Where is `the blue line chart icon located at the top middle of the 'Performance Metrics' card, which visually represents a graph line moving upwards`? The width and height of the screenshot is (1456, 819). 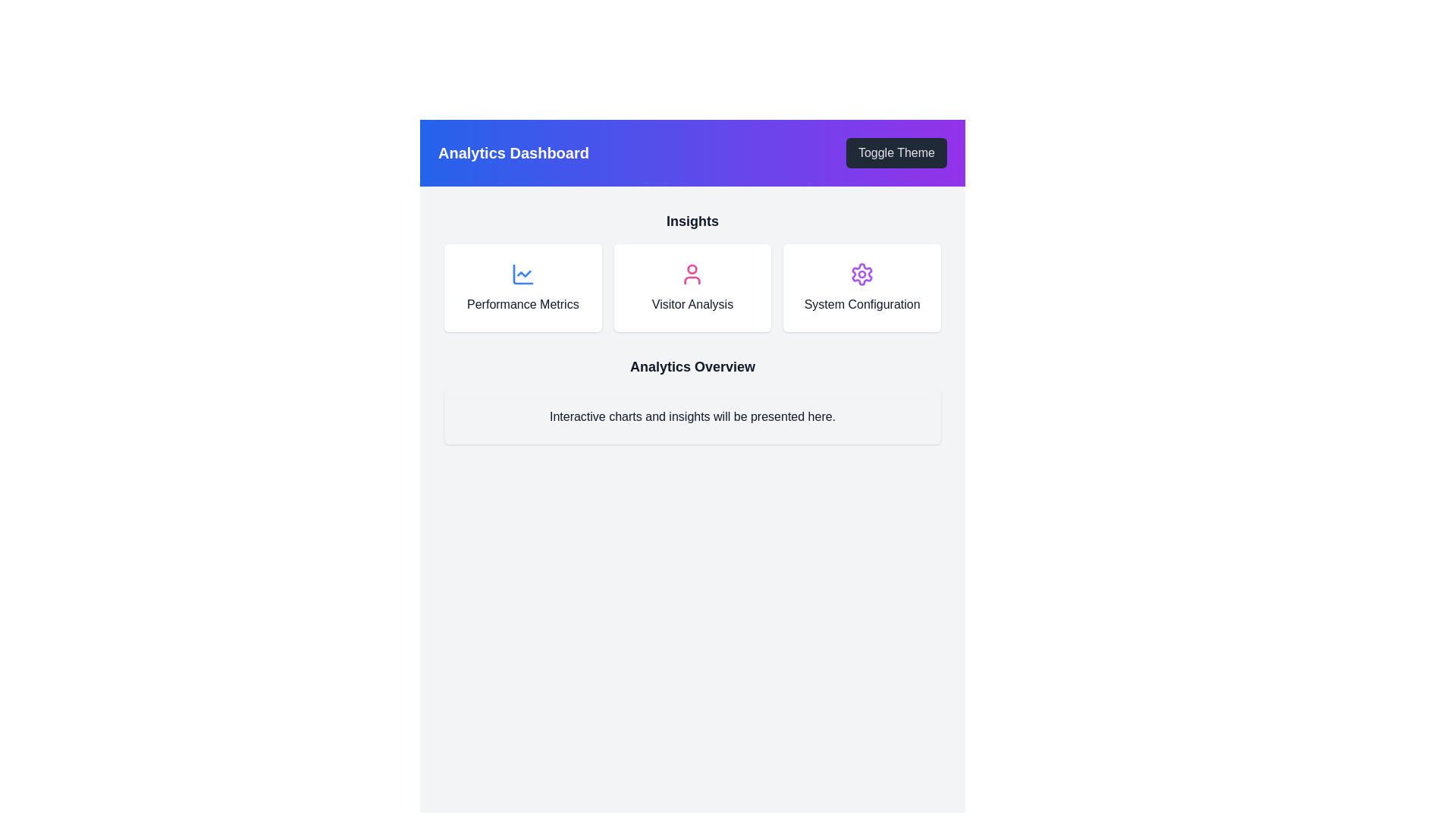 the blue line chart icon located at the top middle of the 'Performance Metrics' card, which visually represents a graph line moving upwards is located at coordinates (522, 275).